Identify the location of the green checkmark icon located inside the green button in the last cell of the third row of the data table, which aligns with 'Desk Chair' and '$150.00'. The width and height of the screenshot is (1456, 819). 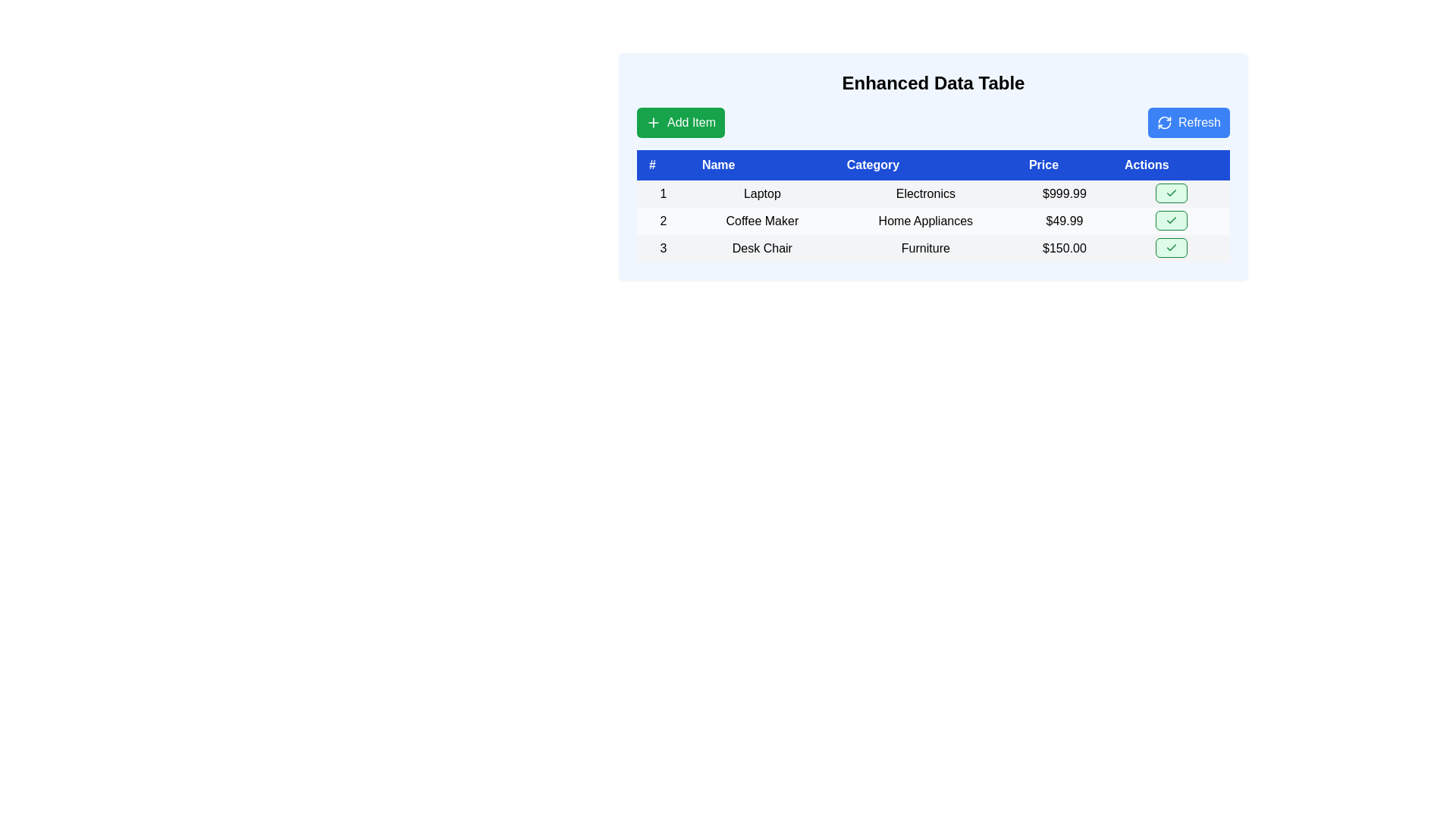
(1170, 192).